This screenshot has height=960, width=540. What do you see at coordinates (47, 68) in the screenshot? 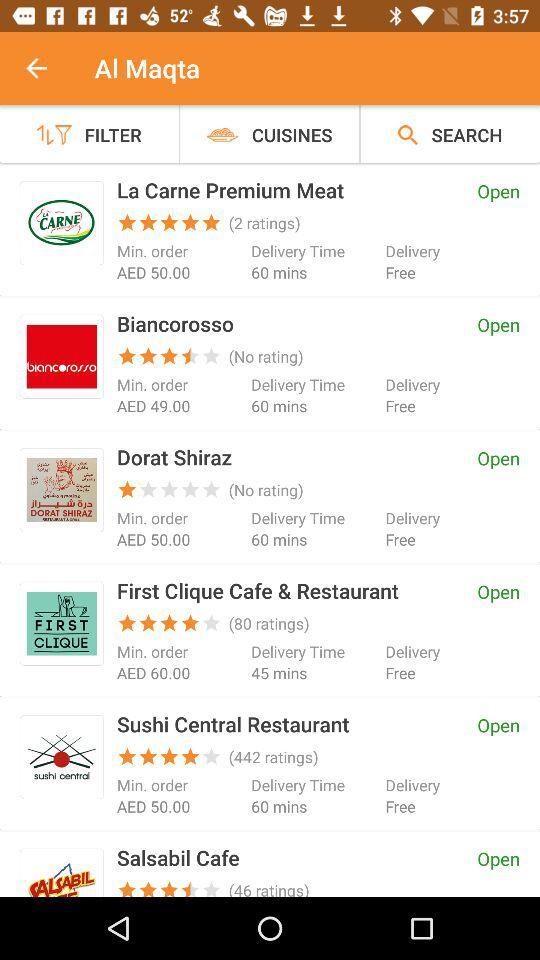
I see `the icon to the left of al maqta icon` at bounding box center [47, 68].